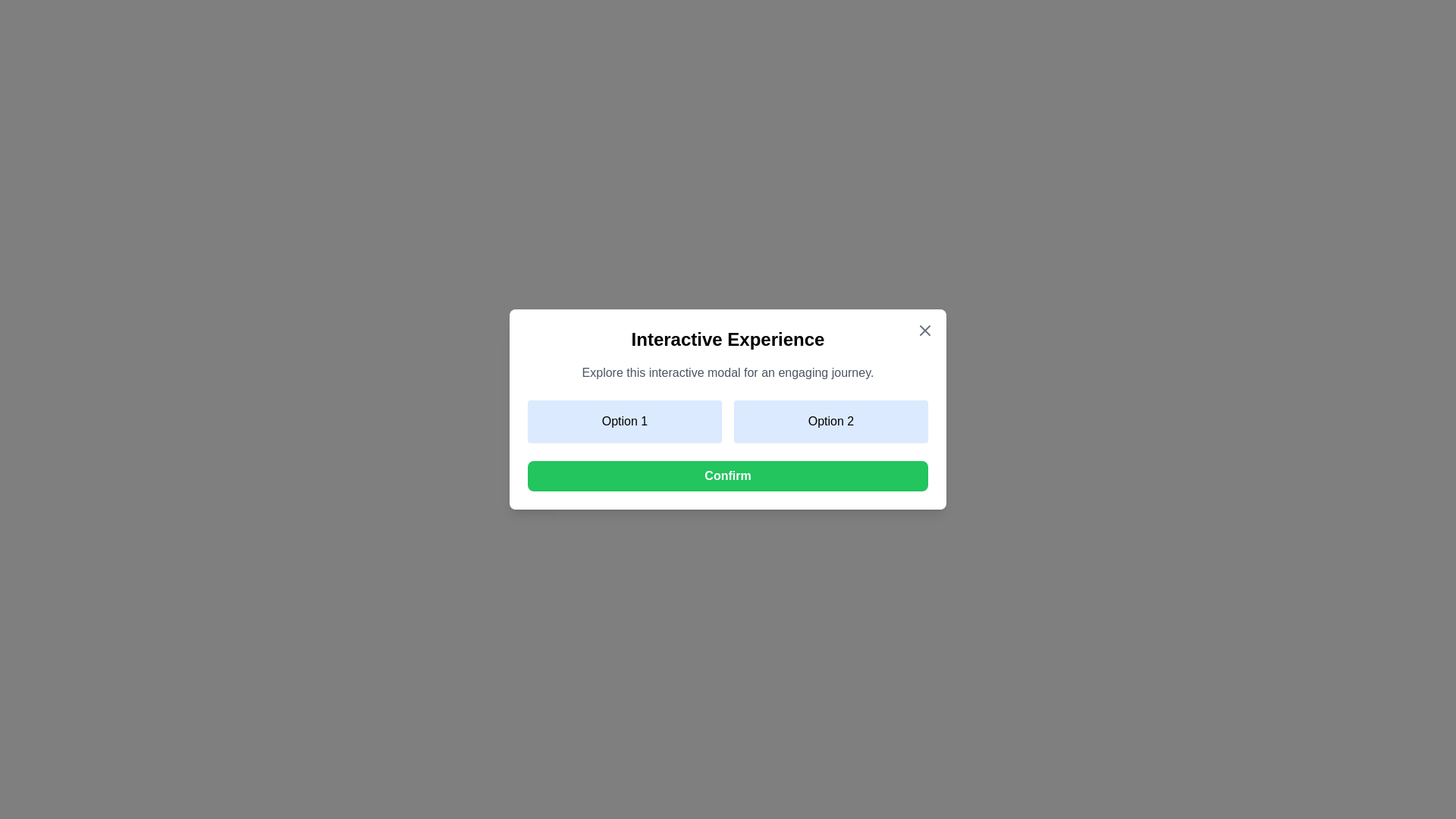  I want to click on the button labeled 'Option 2', which has a light blue background and is the second button in a horizontal layout, to indicate focus, so click(830, 421).